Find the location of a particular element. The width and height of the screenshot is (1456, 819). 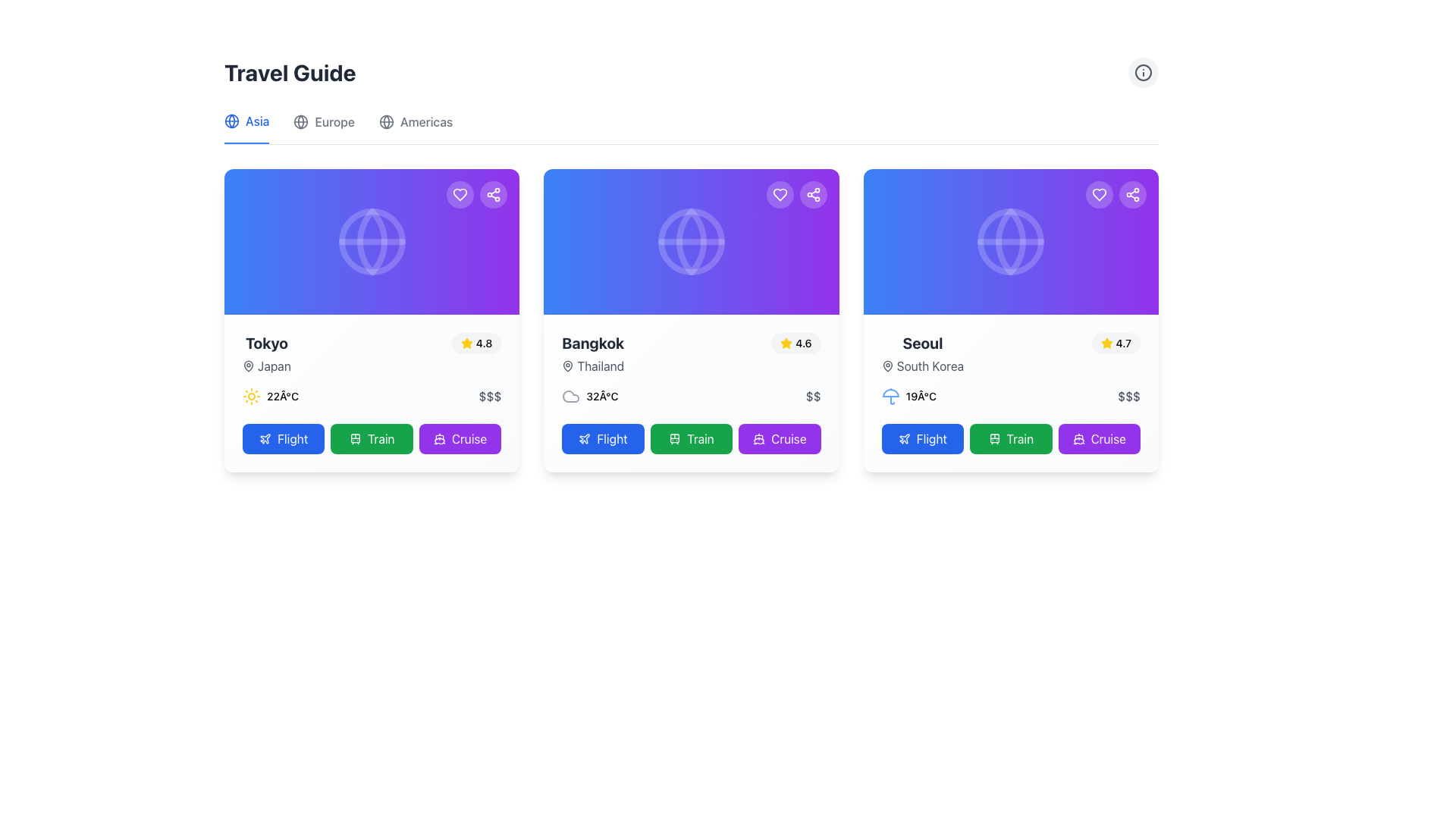

the globe icon located to the left of the 'Americas' label is located at coordinates (386, 121).